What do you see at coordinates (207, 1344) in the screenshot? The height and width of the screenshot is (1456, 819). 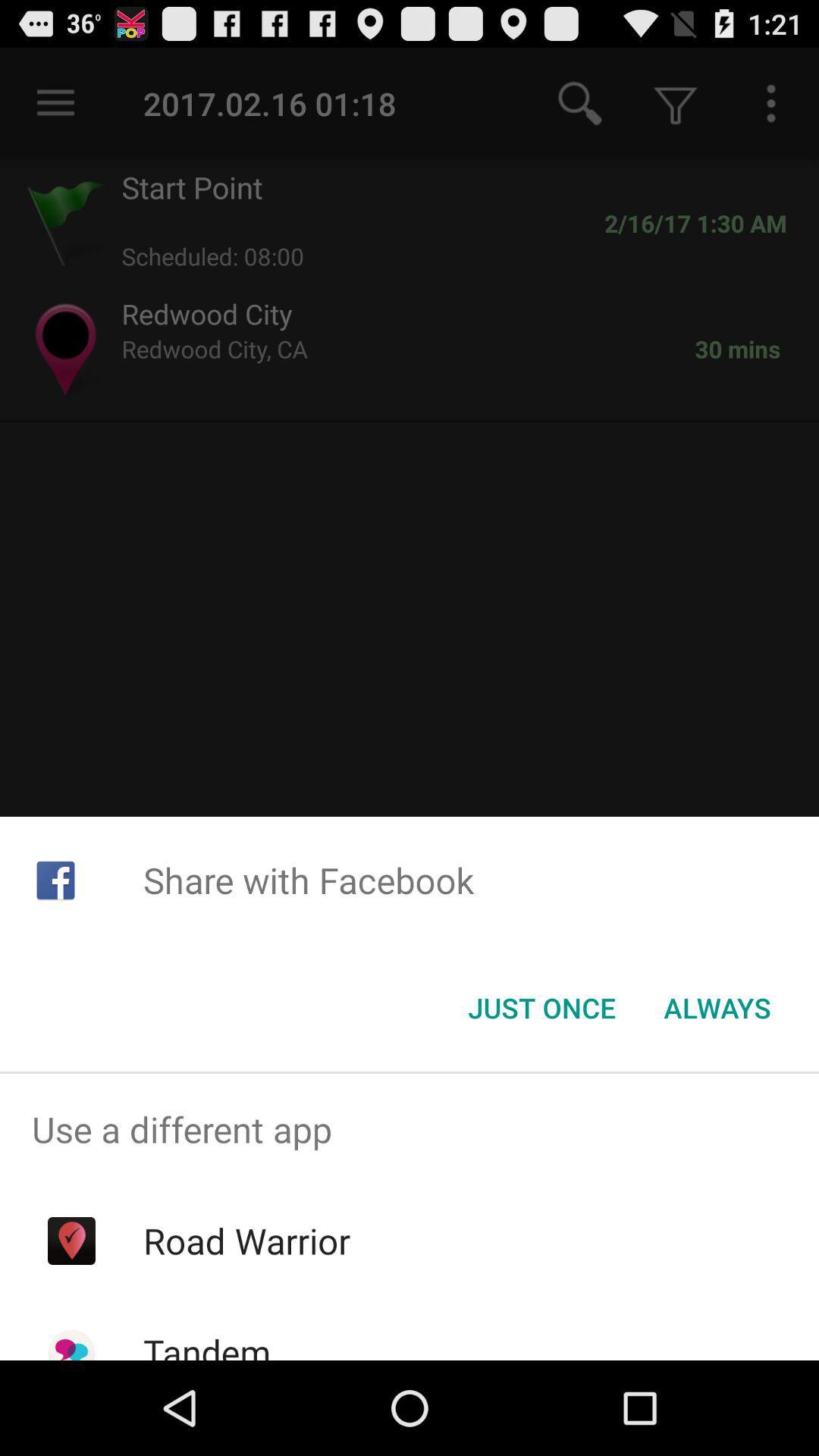 I see `the tandem icon` at bounding box center [207, 1344].